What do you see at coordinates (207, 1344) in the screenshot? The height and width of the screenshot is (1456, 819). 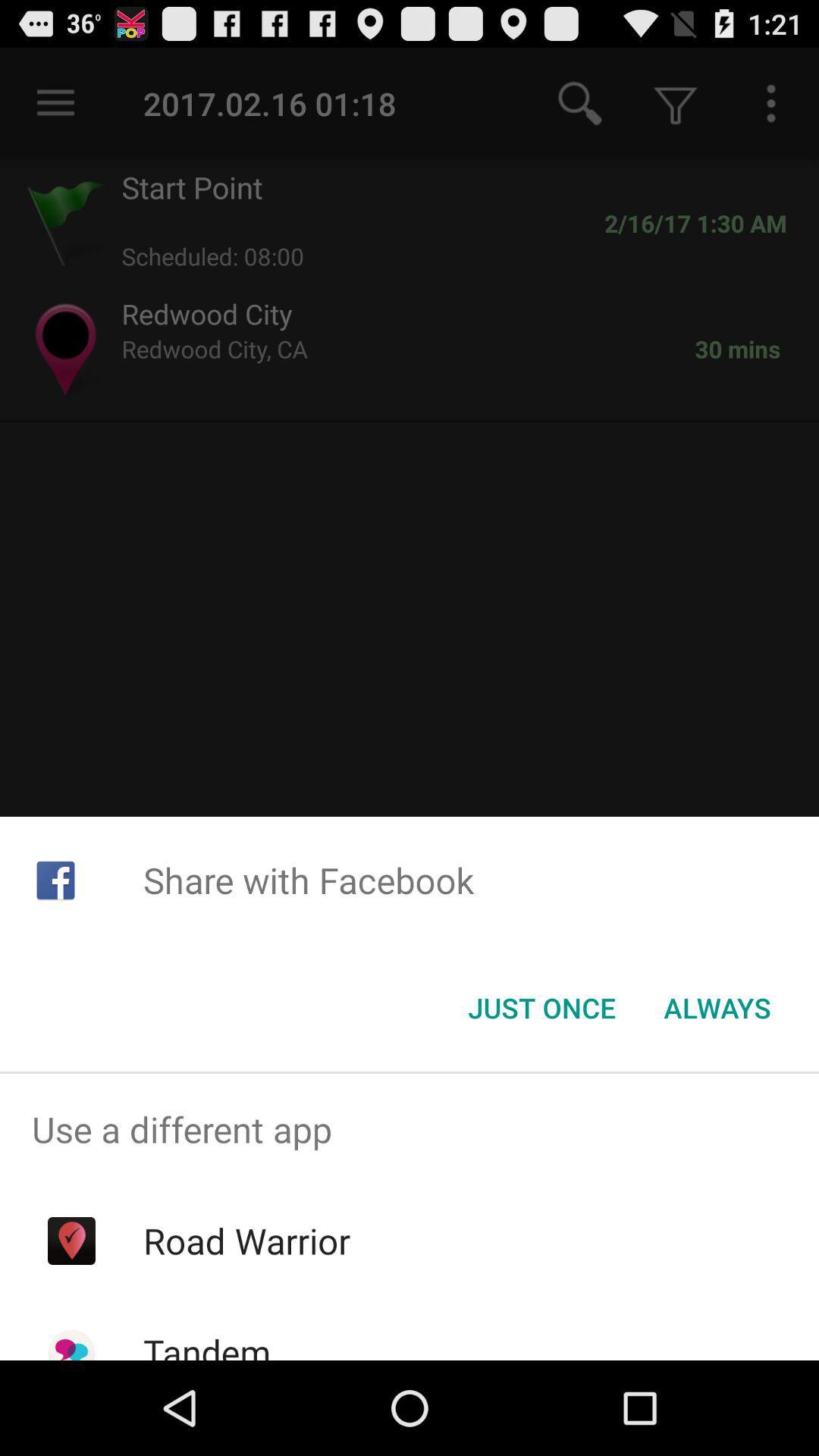 I see `the tandem icon` at bounding box center [207, 1344].